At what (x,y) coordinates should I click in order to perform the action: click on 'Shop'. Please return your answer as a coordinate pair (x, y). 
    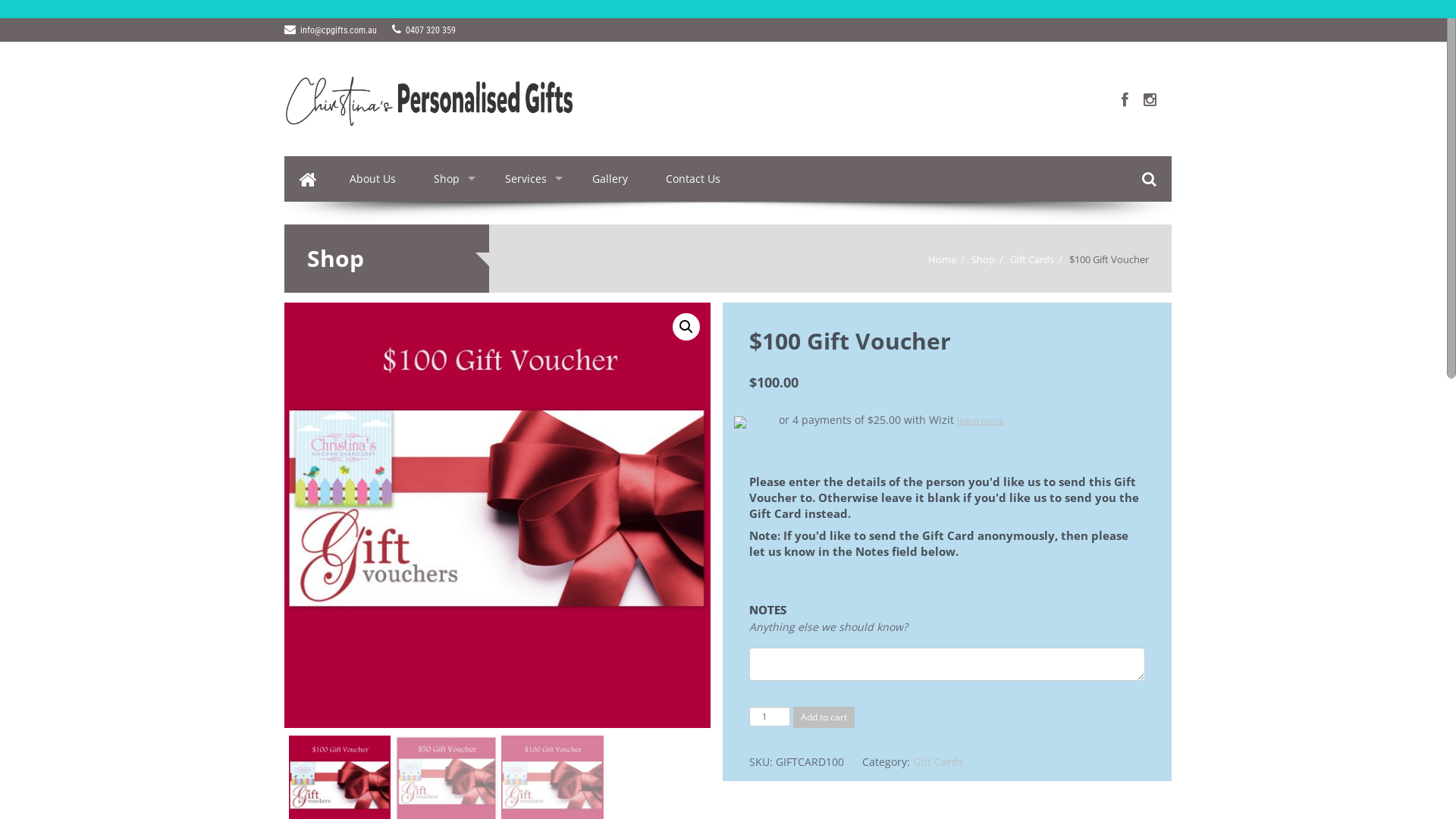
    Looking at the image, I should click on (450, 177).